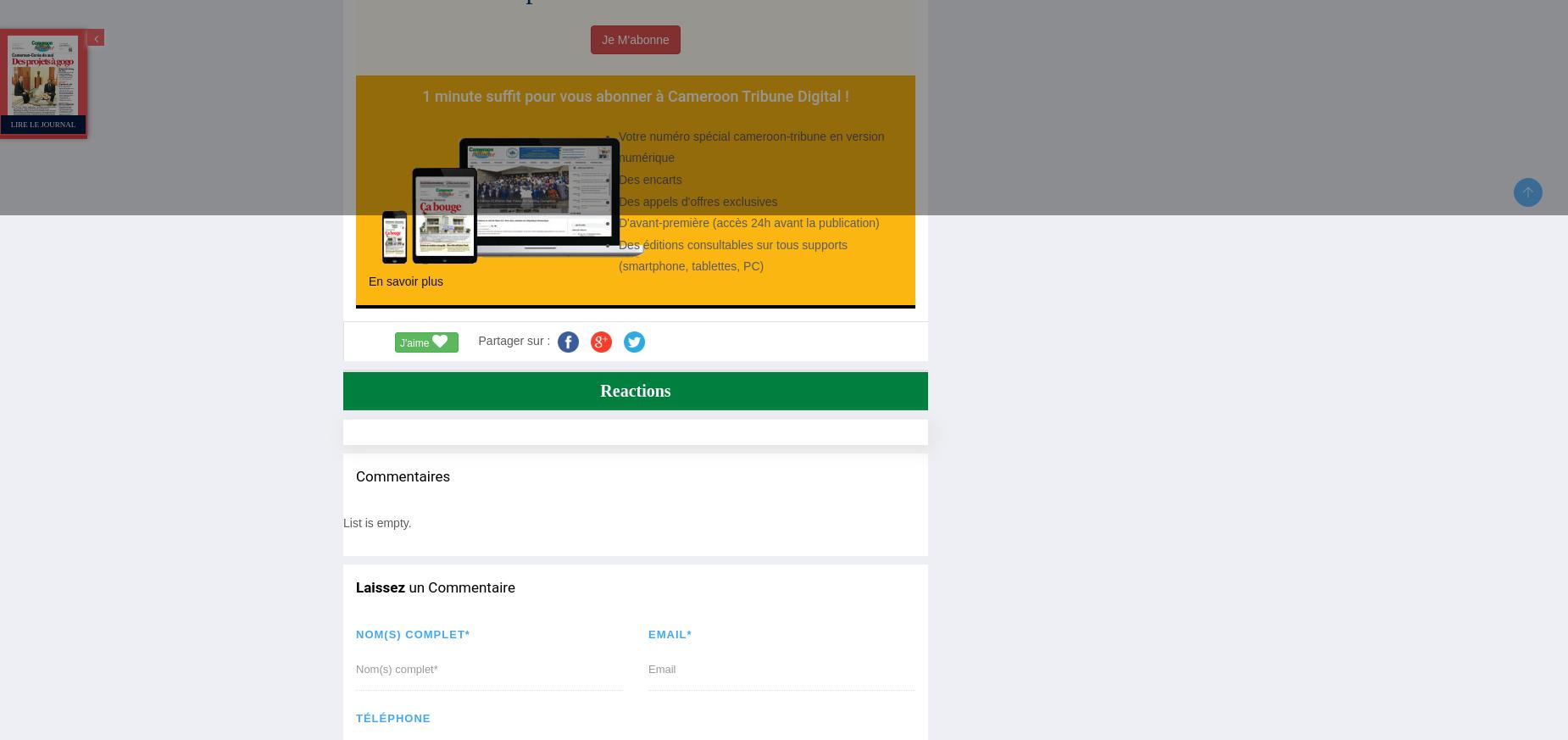  I want to click on 'un Commentaire', so click(459, 587).